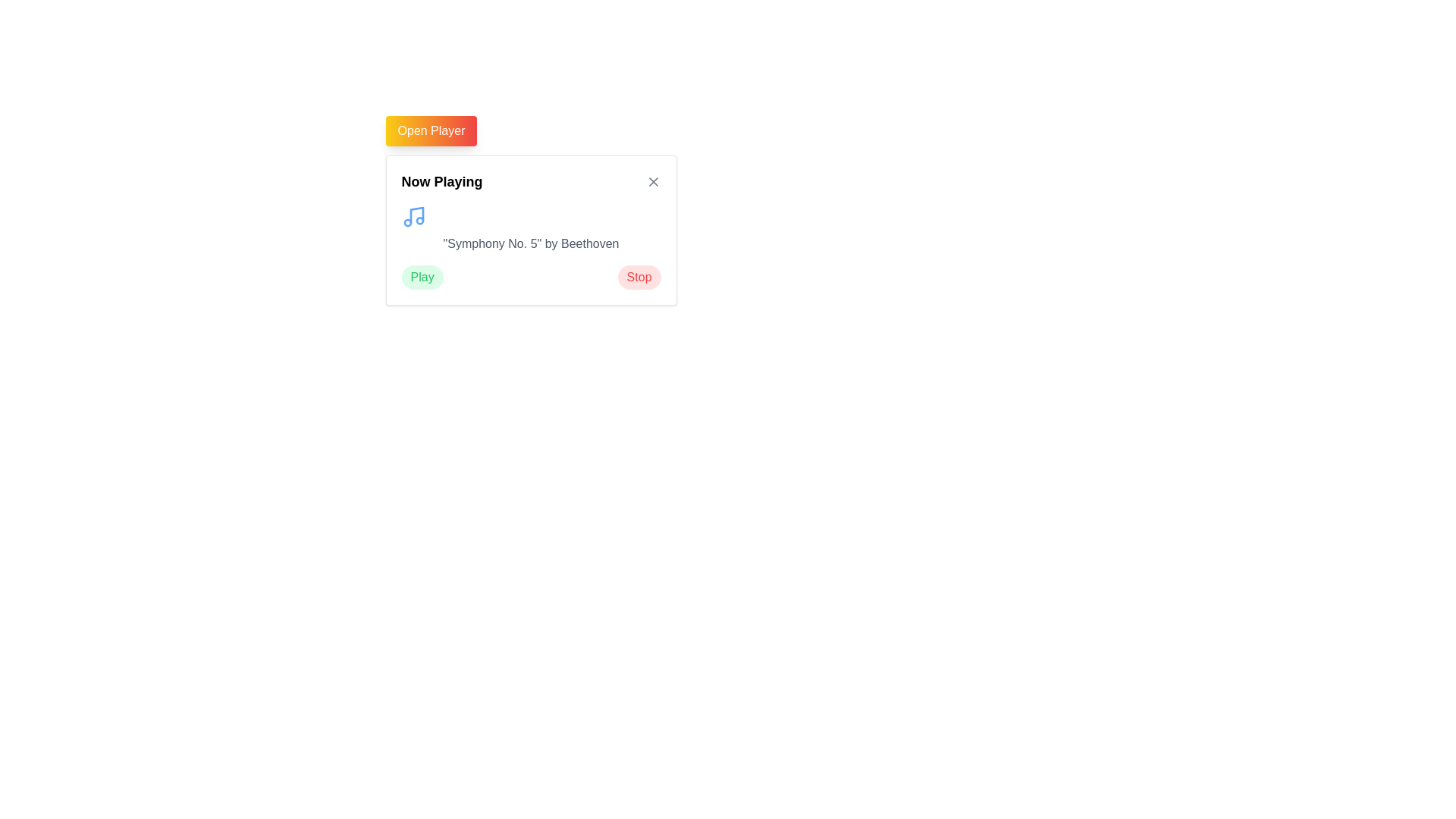  What do you see at coordinates (653, 180) in the screenshot?
I see `the diagonal cross (X) icon located in the top-right corner of the 'Now Playing' card` at bounding box center [653, 180].